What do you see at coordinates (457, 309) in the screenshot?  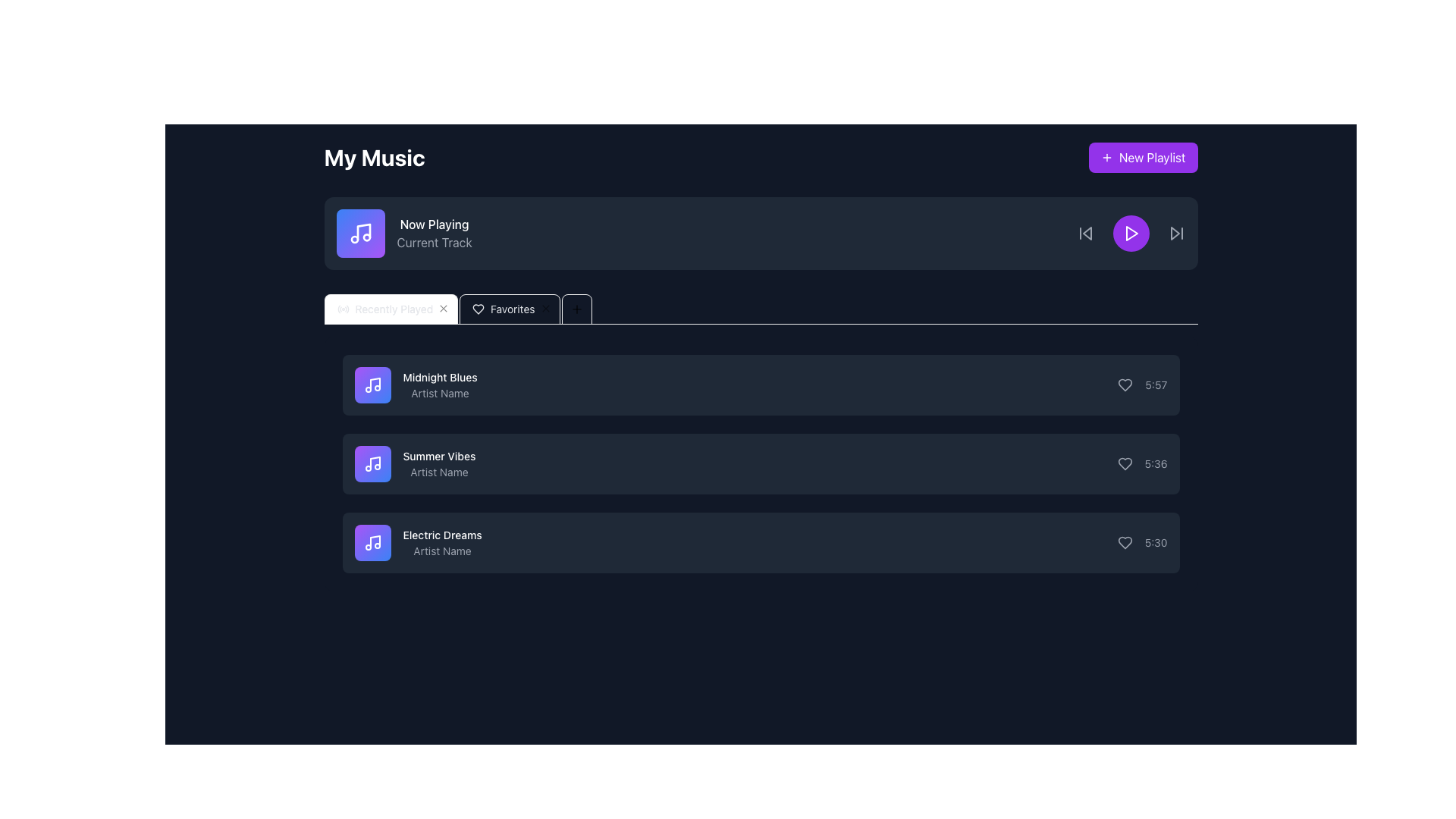 I see `the 'Favorites' tab with a heart icon` at bounding box center [457, 309].